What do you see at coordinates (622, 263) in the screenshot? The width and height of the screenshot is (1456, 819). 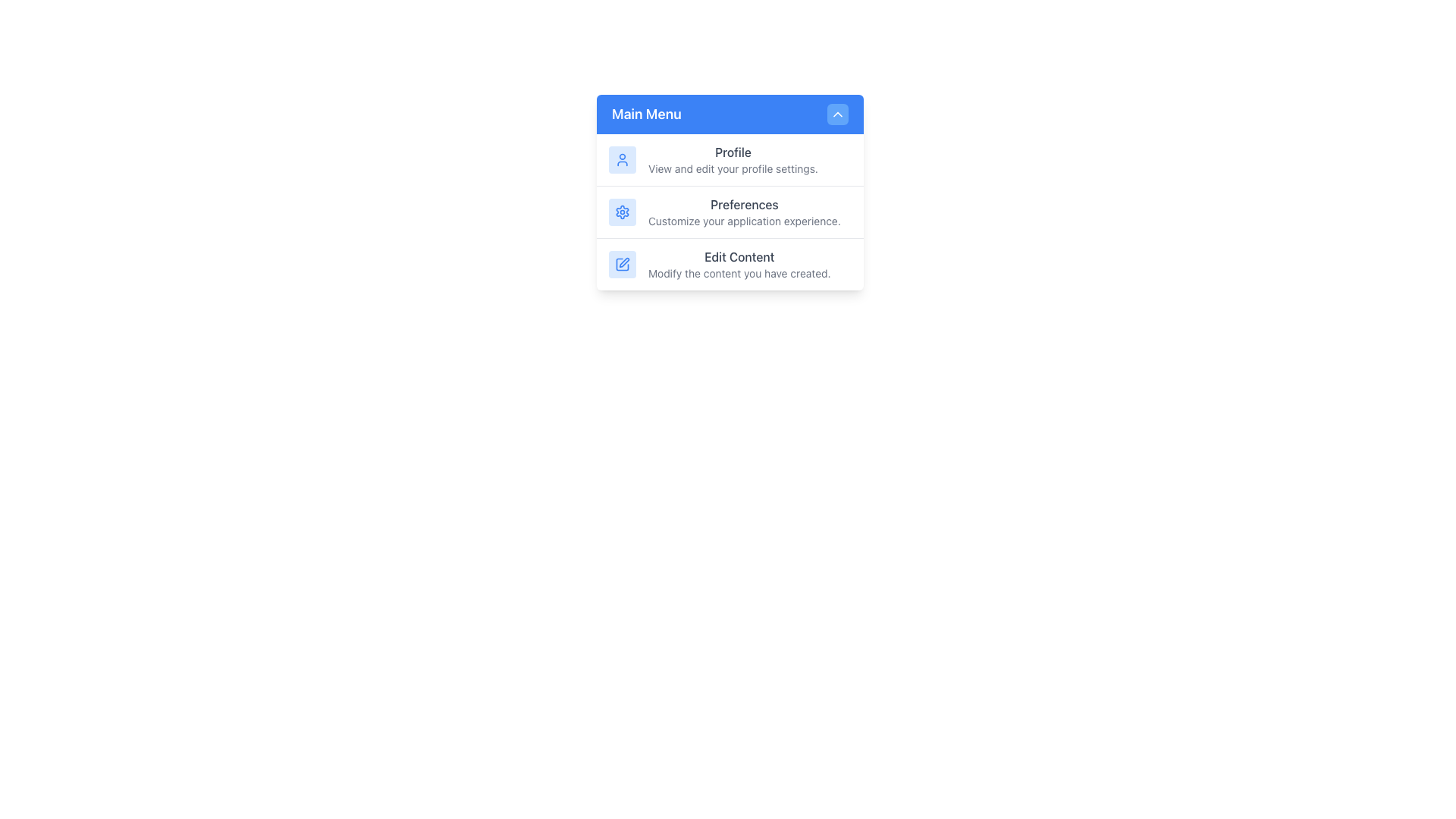 I see `the 'Edit Content' icon located in the lower section of the 'Main Menu' to initiate editing` at bounding box center [622, 263].